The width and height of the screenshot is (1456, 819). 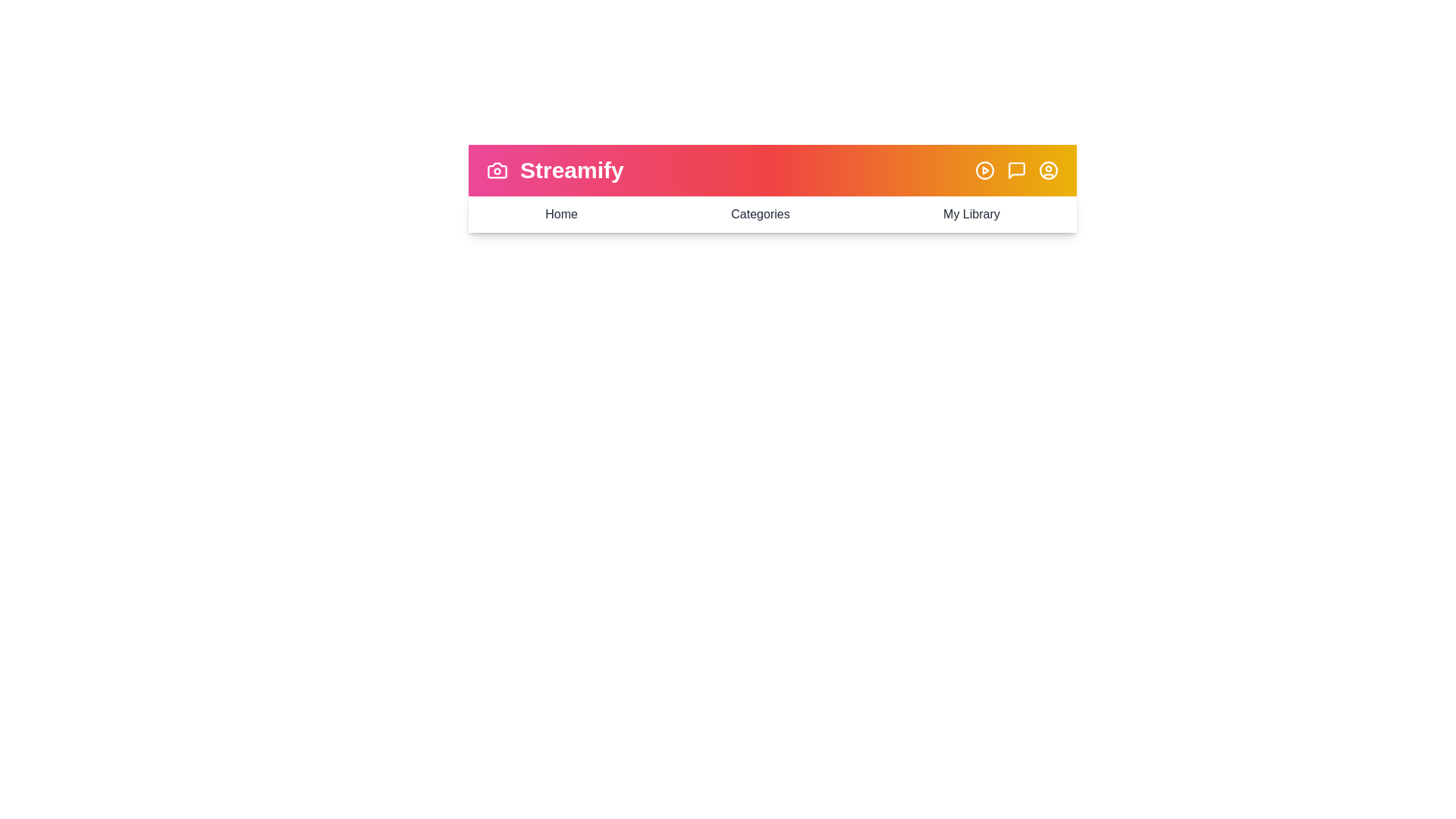 What do you see at coordinates (1047, 170) in the screenshot?
I see `the UserCircle icon to trigger its associated functionality` at bounding box center [1047, 170].